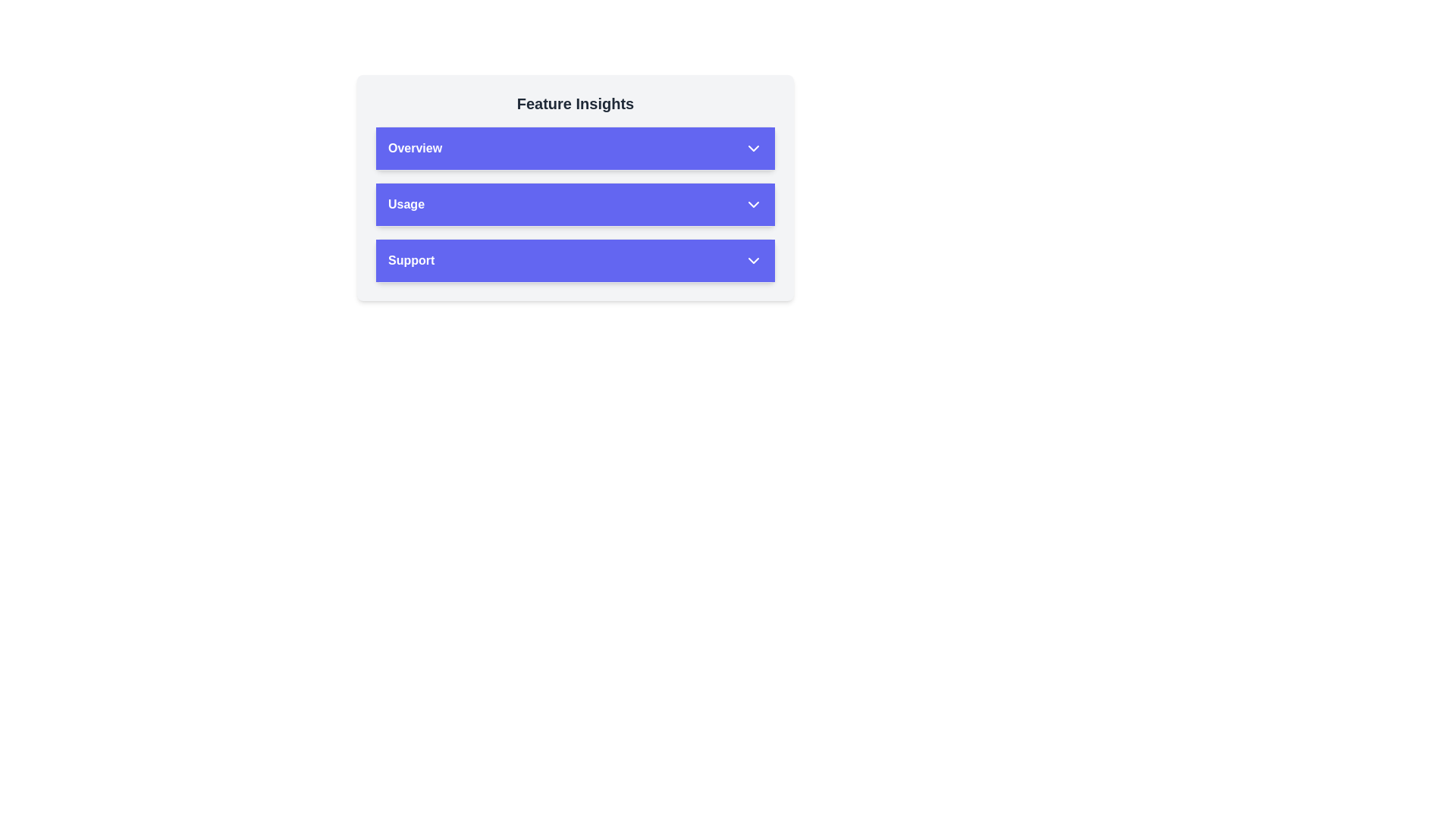 The height and width of the screenshot is (819, 1456). Describe the element at coordinates (753, 205) in the screenshot. I see `the second dropdown indicator icon within the 'Usage' header in the 'Feature Insights' section` at that location.